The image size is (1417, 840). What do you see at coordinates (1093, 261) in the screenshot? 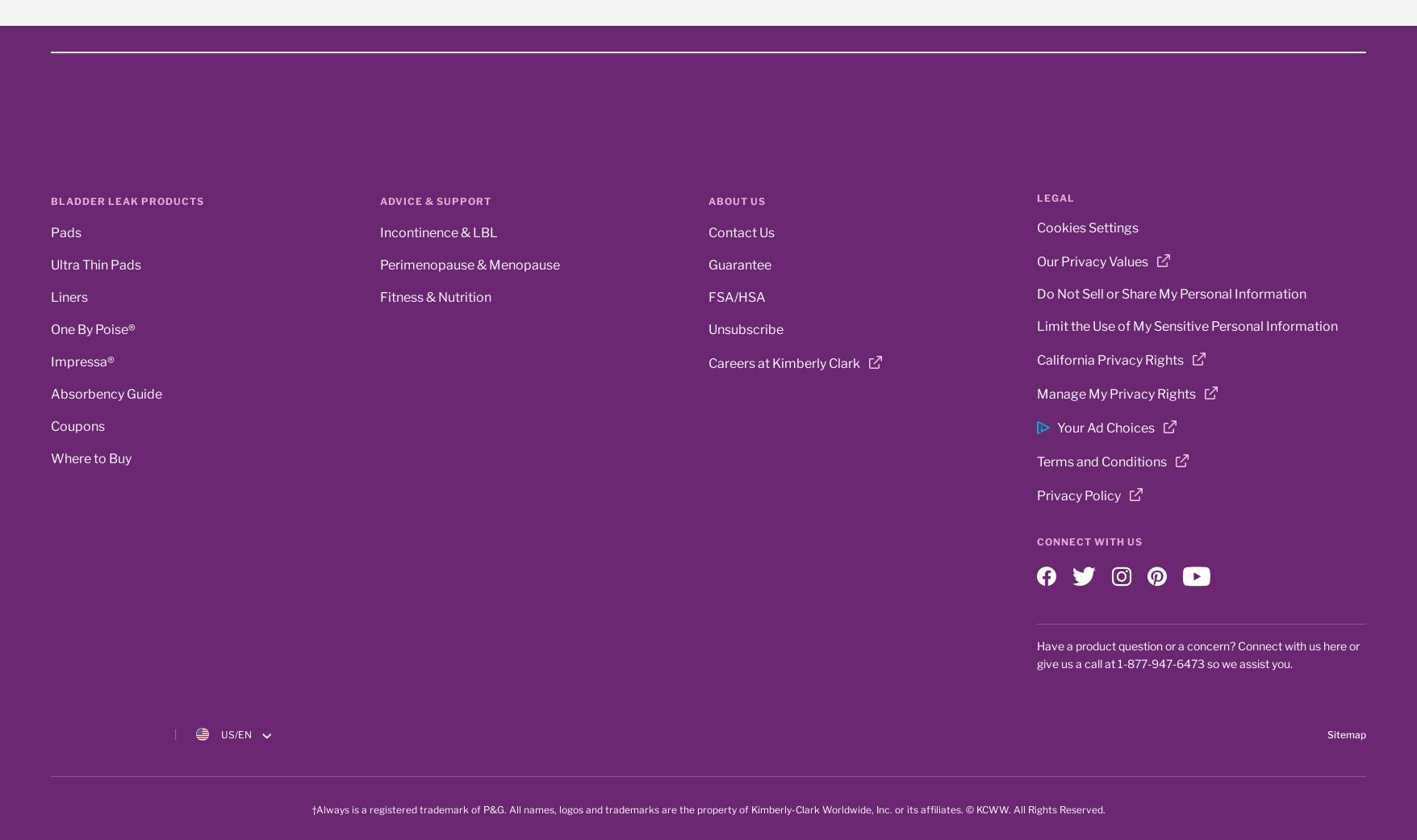
I see `'Our Privacy Values'` at bounding box center [1093, 261].